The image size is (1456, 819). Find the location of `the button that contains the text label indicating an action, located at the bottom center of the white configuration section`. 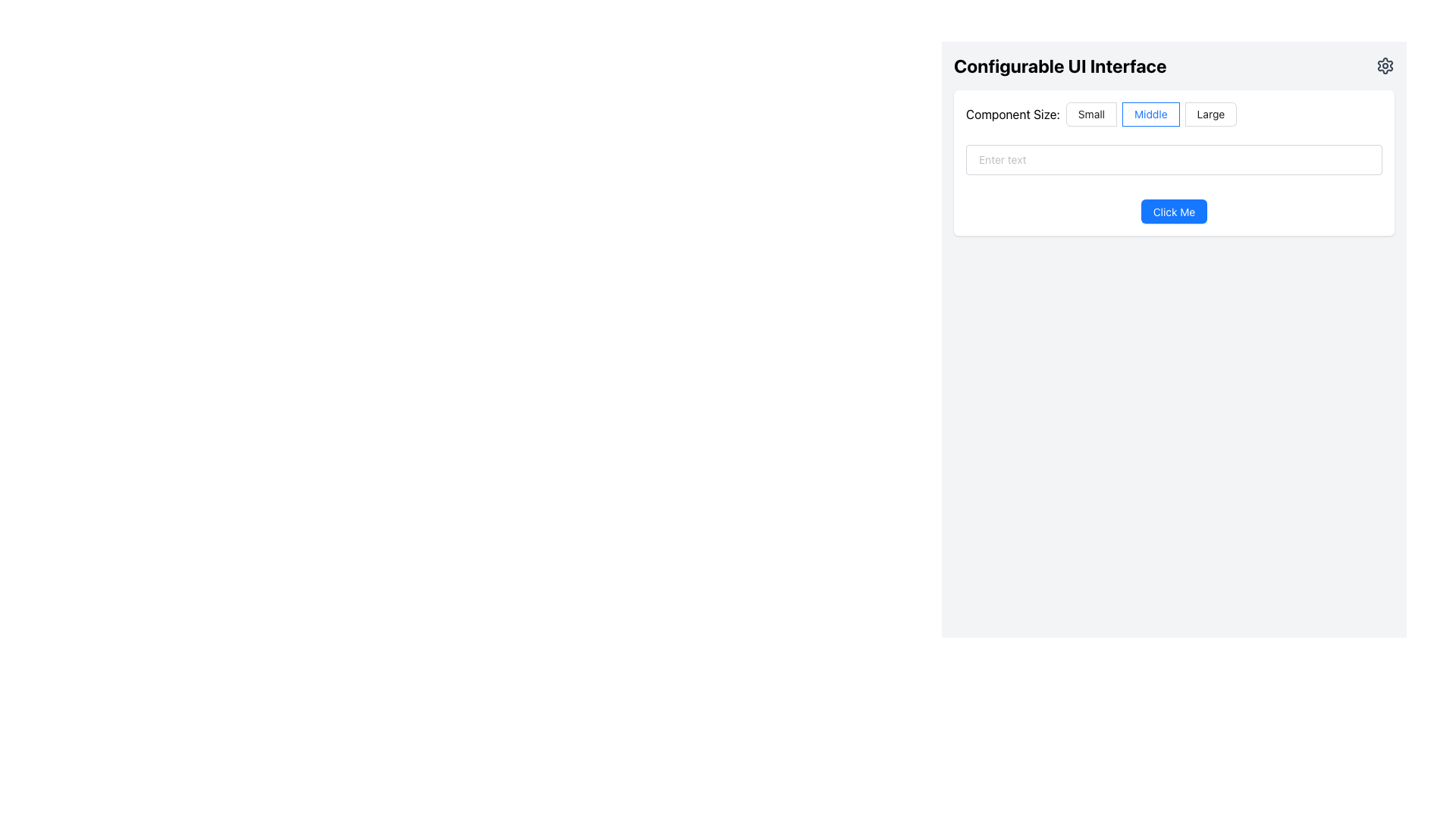

the button that contains the text label indicating an action, located at the bottom center of the white configuration section is located at coordinates (1173, 211).